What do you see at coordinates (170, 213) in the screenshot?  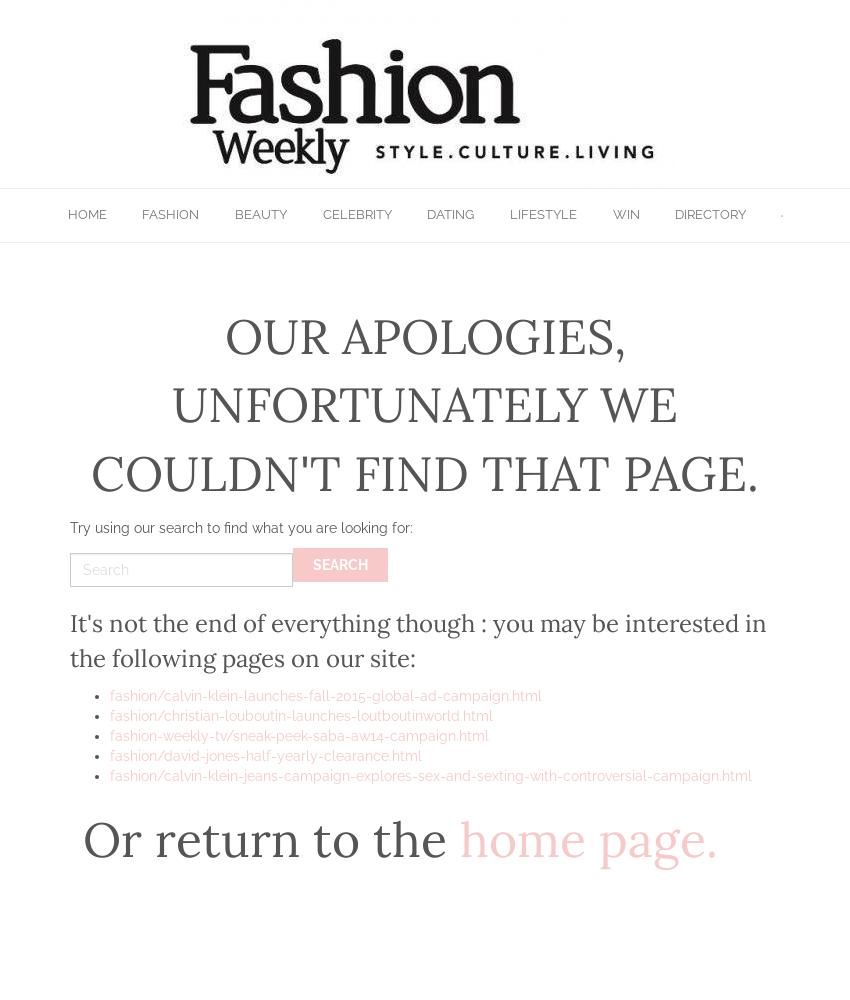 I see `'Fashion'` at bounding box center [170, 213].